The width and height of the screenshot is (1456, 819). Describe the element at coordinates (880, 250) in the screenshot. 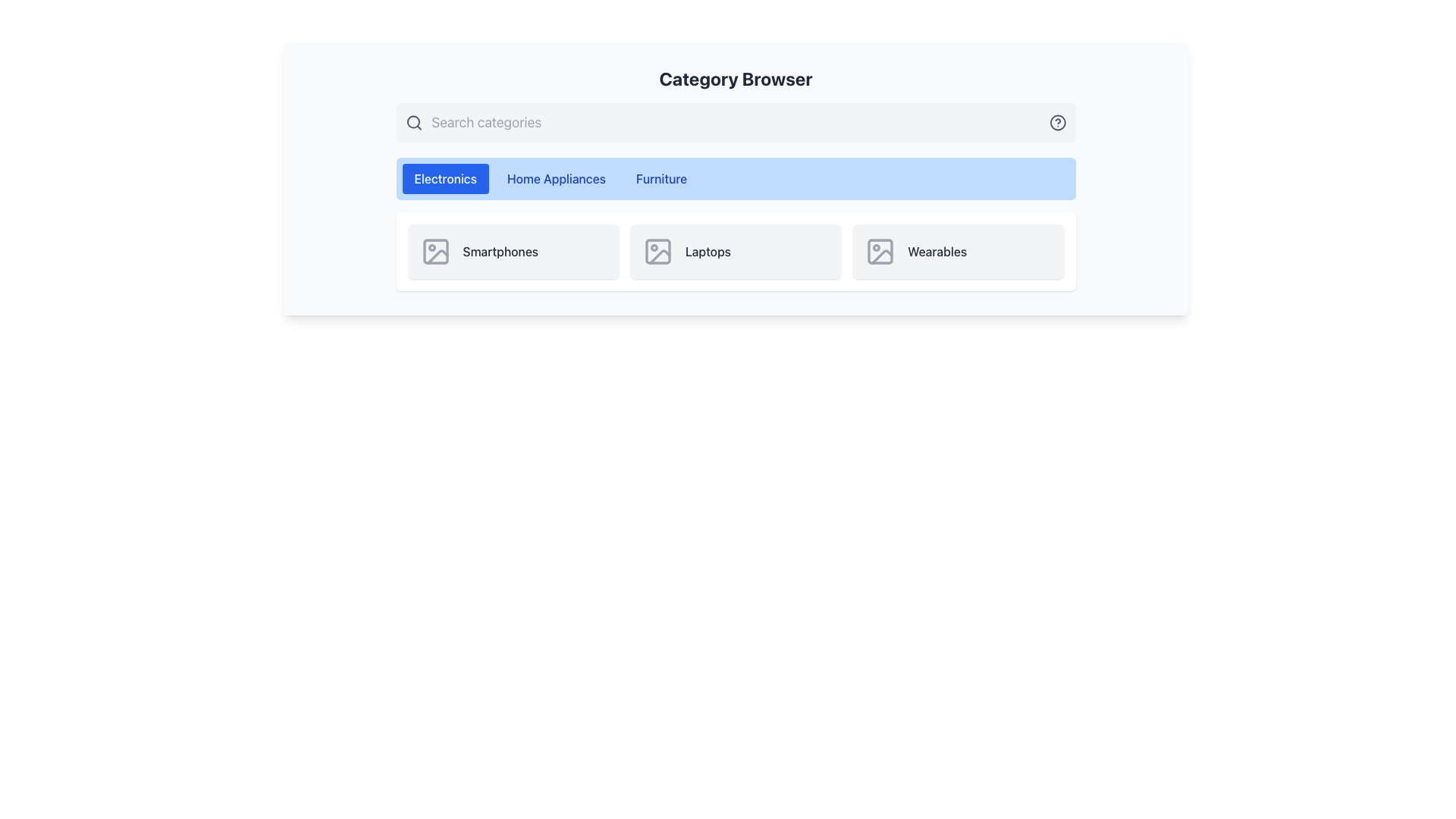

I see `the 'Wearables' category icon, which is located to the left of the text 'Wearables'` at that location.